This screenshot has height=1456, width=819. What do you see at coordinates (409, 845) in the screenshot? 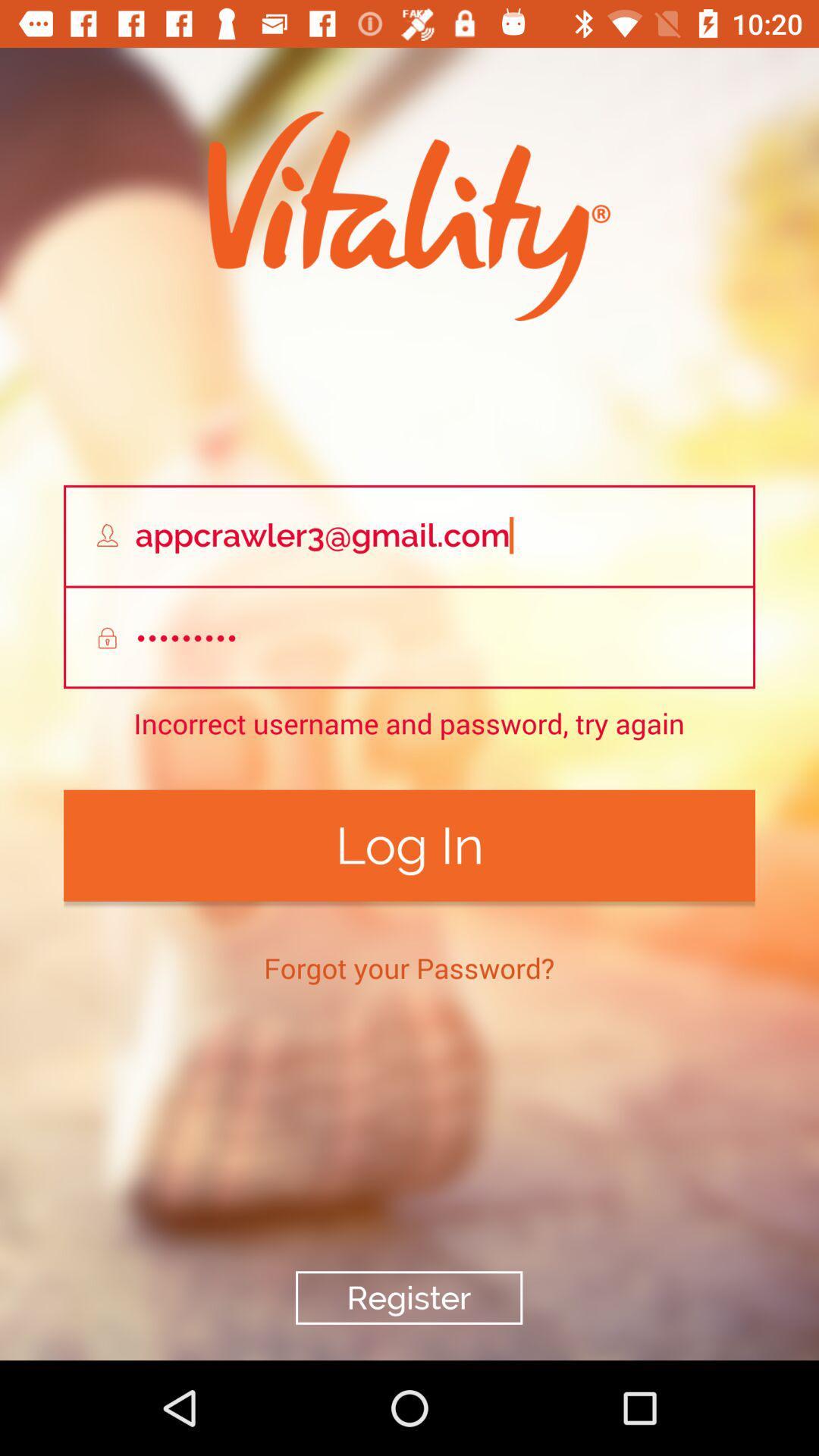
I see `item below incorrect username and item` at bounding box center [409, 845].